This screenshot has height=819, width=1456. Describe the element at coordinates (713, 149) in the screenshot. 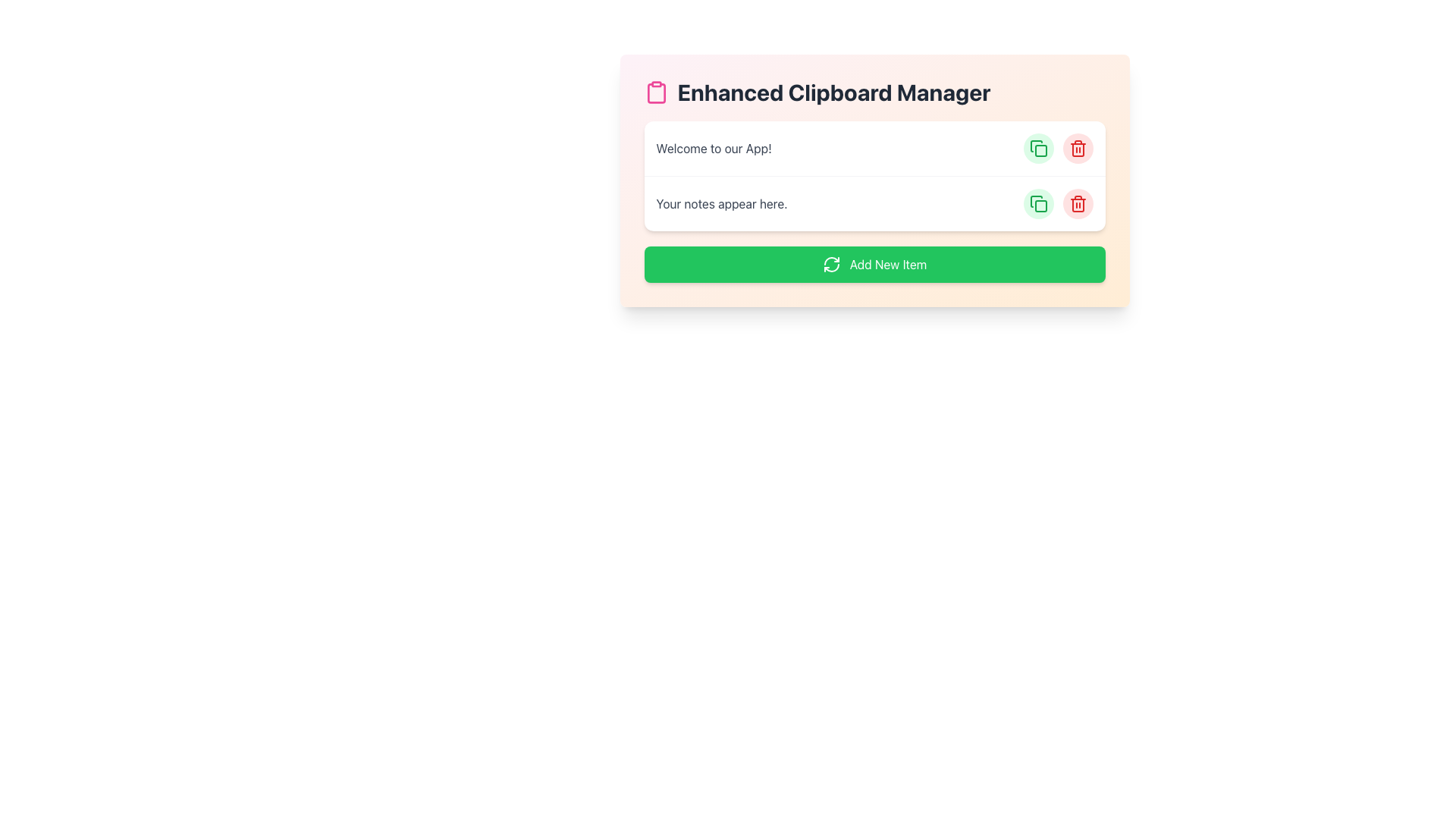

I see `the welcoming static text label located in the top-left portion of the card interface, which serves to greet users and define the interface's purpose` at that location.